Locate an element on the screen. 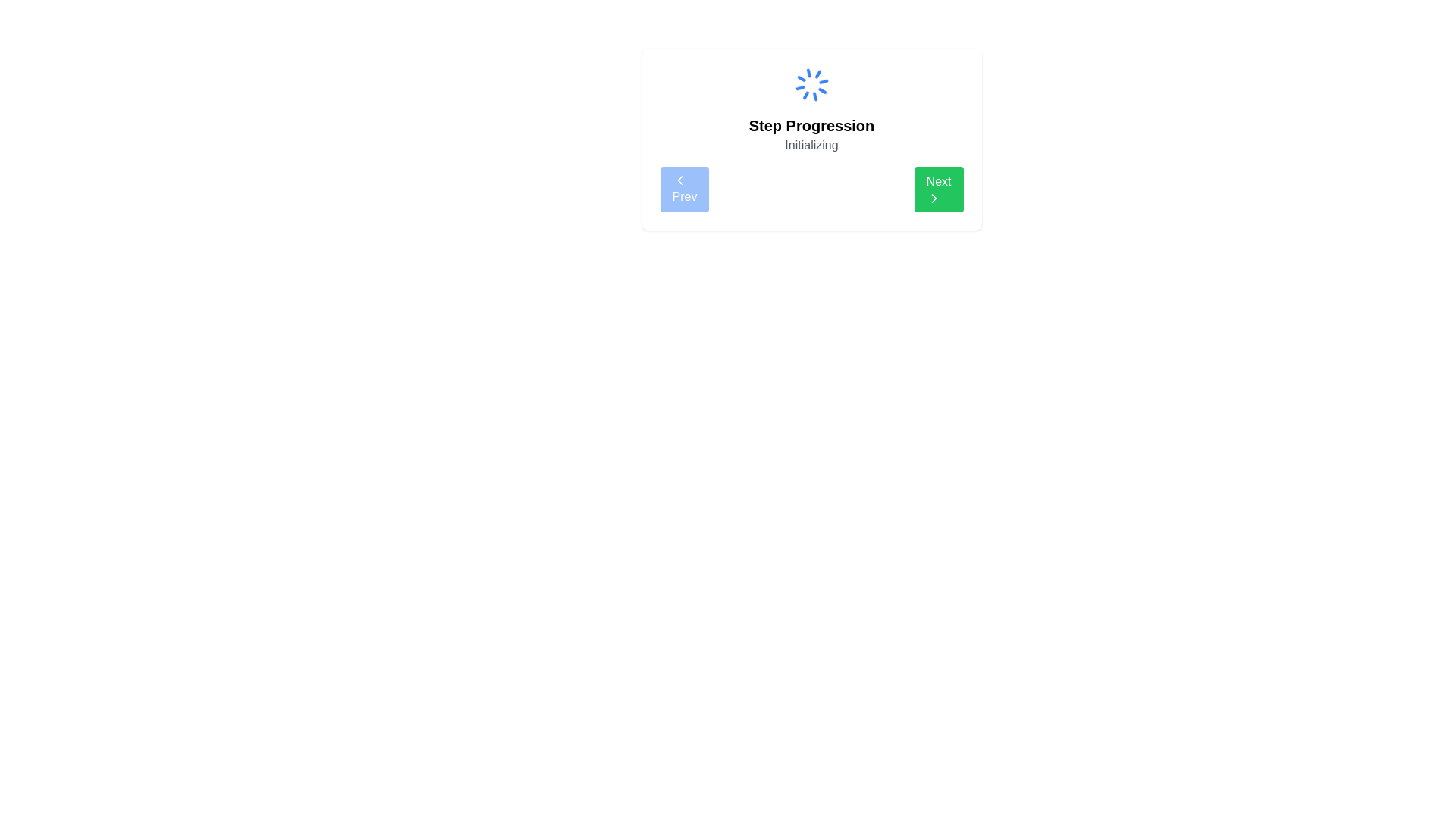  the right-pointing chevron SVG icon inside the green 'Next' button to proceed with the action is located at coordinates (933, 198).